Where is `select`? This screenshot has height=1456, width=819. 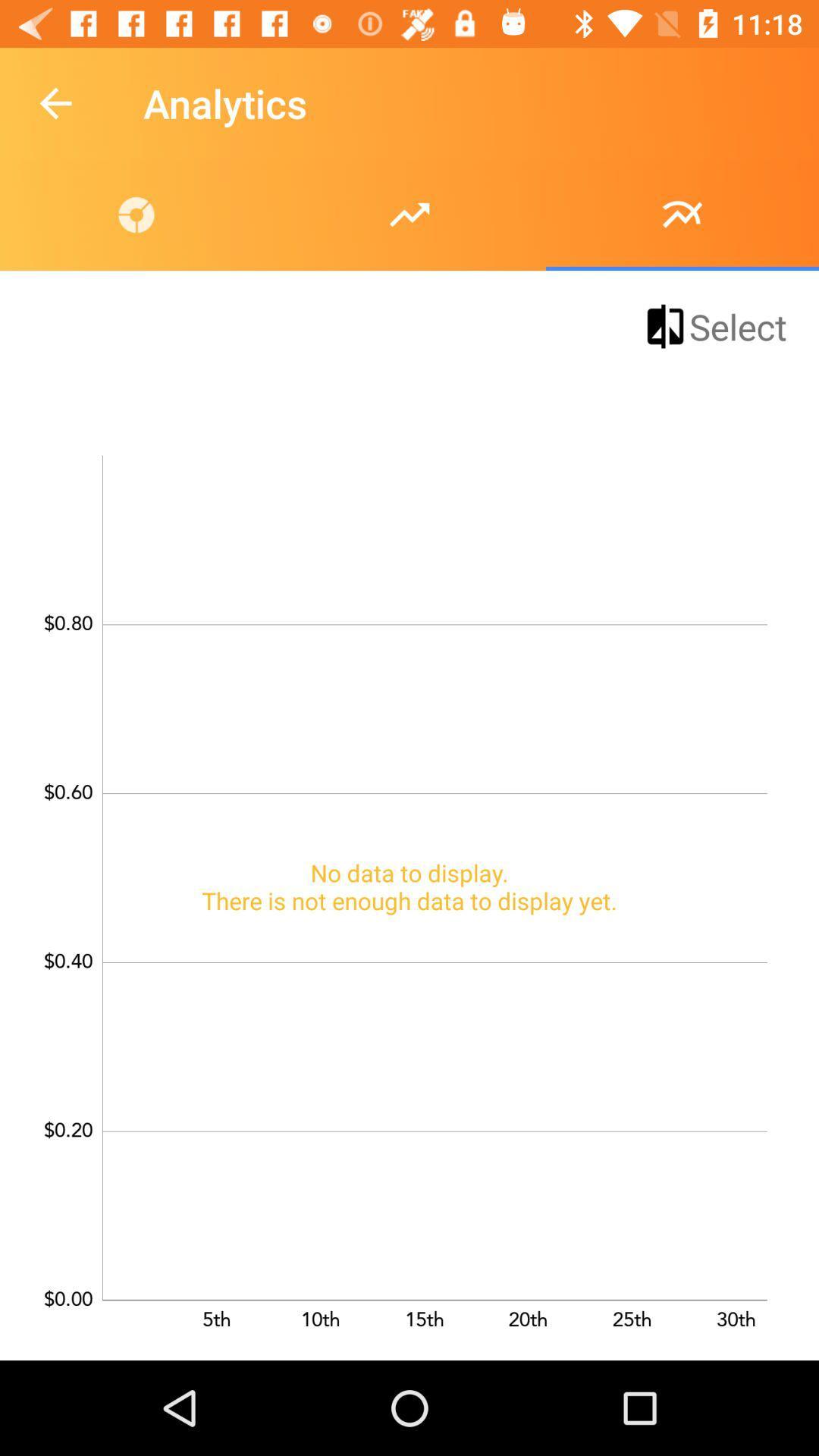 select is located at coordinates (714, 325).